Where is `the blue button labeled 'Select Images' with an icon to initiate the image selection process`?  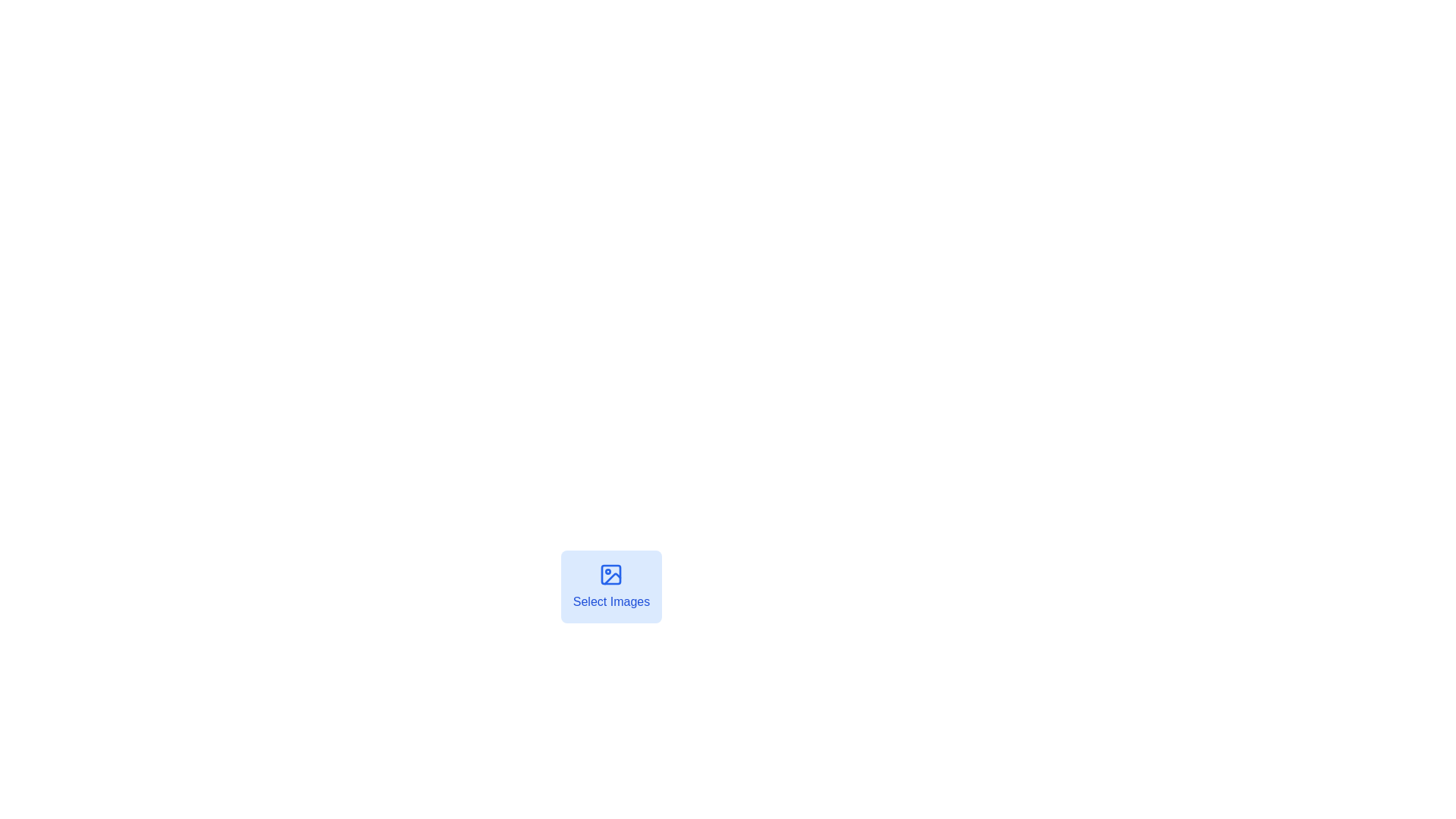 the blue button labeled 'Select Images' with an icon to initiate the image selection process is located at coordinates (611, 592).